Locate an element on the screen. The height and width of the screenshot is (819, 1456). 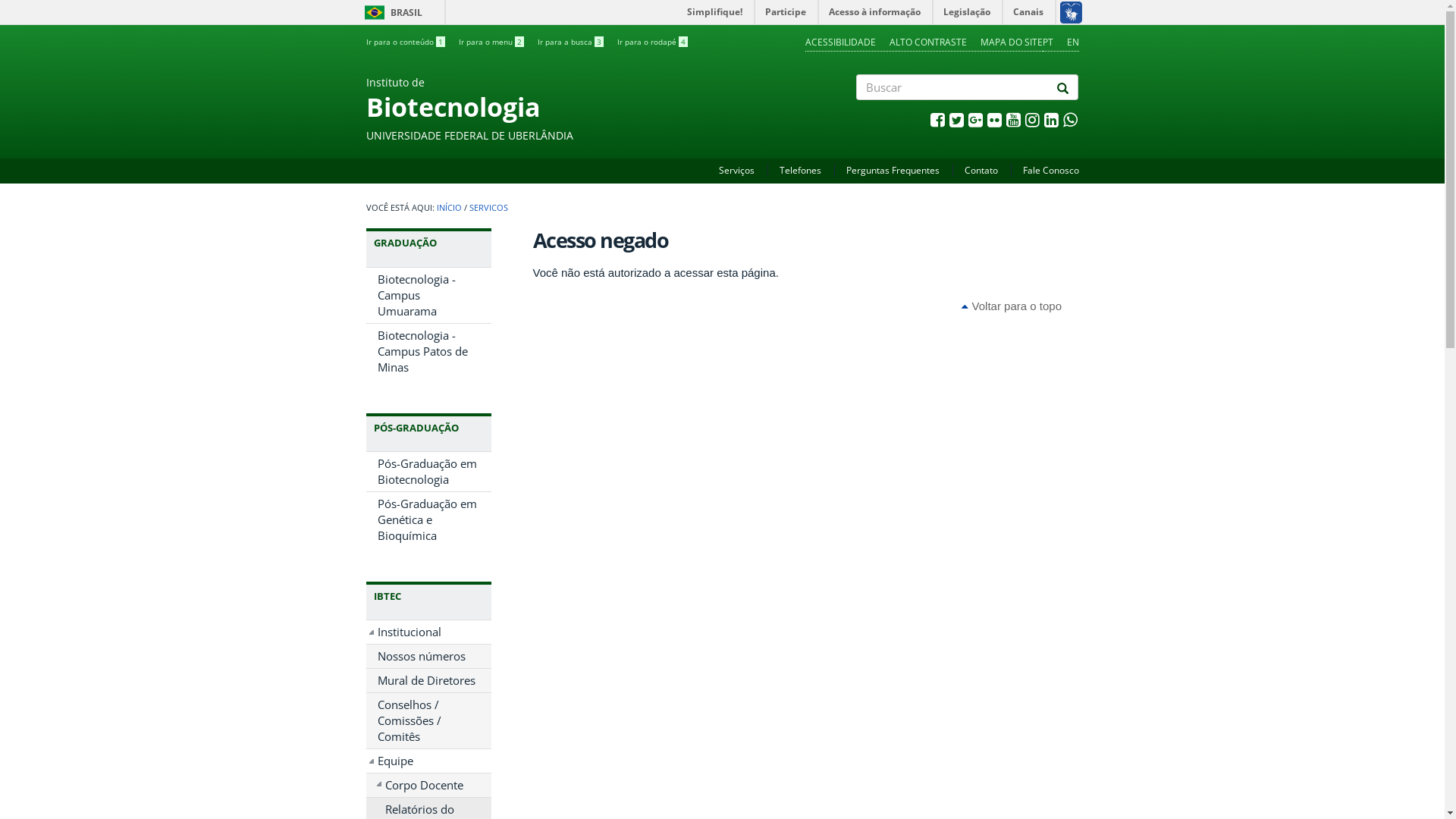
'Biotecnologia - Campus Umuarama' is located at coordinates (427, 295).